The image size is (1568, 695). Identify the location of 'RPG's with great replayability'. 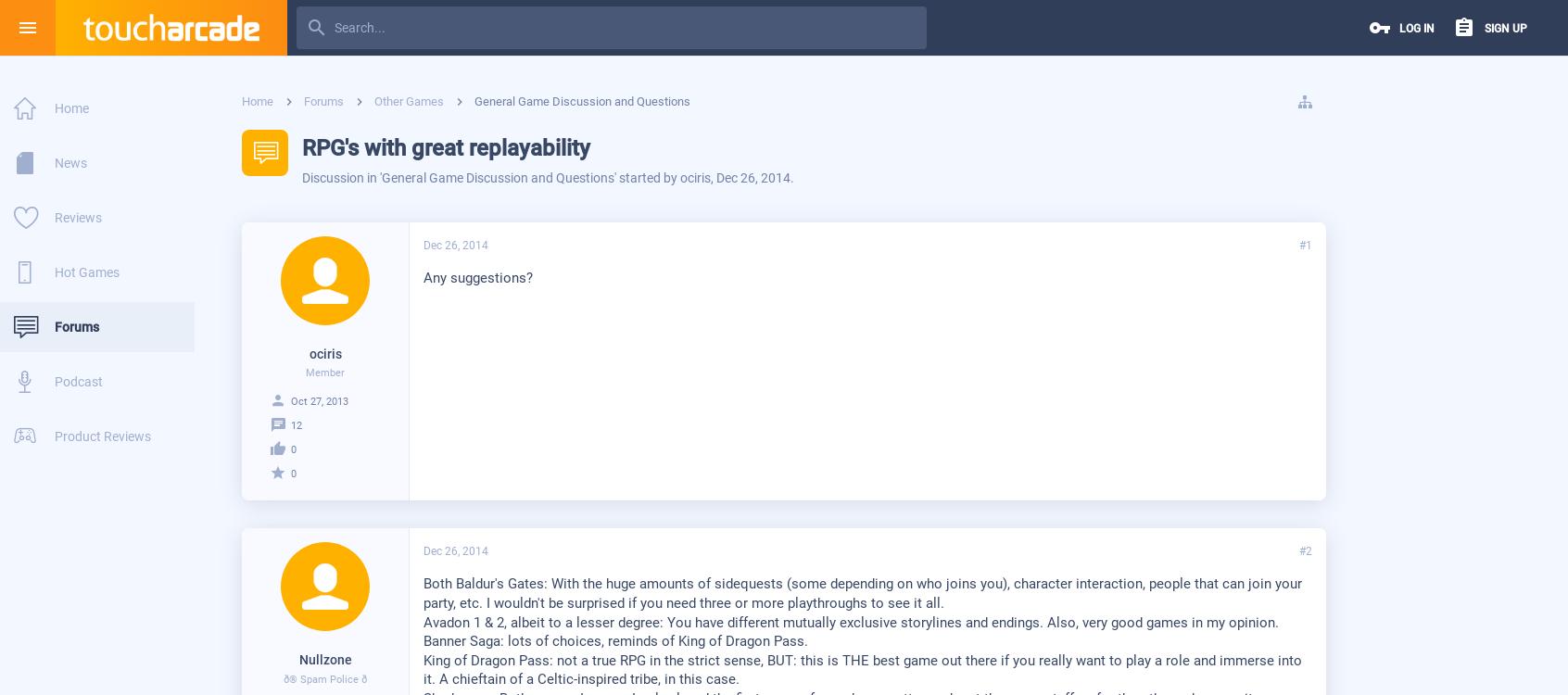
(445, 147).